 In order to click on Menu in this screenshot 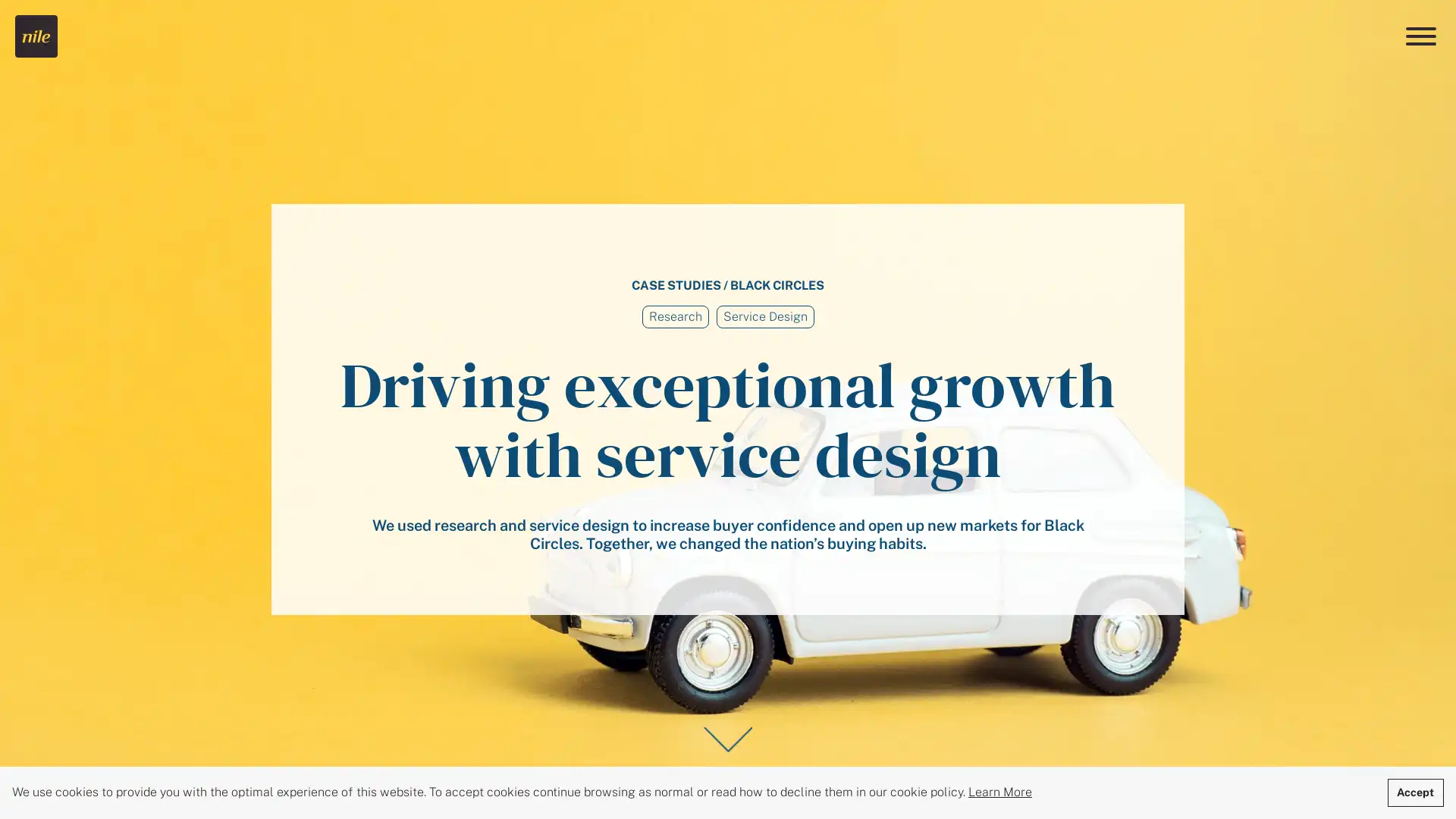, I will do `click(1420, 35)`.